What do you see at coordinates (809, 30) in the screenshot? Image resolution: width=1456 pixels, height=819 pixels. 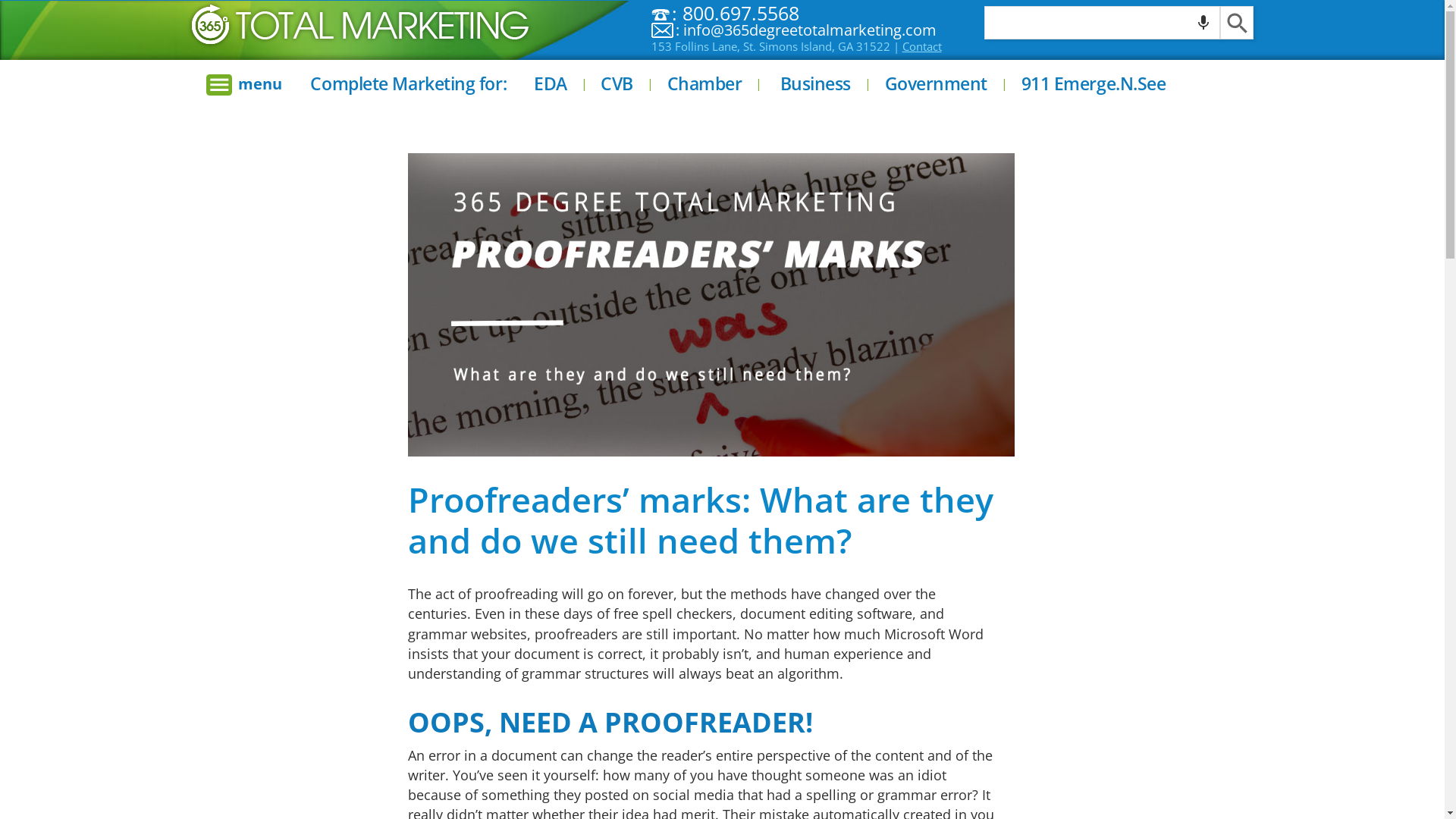 I see `'info@365degreetotalmarketing.com'` at bounding box center [809, 30].